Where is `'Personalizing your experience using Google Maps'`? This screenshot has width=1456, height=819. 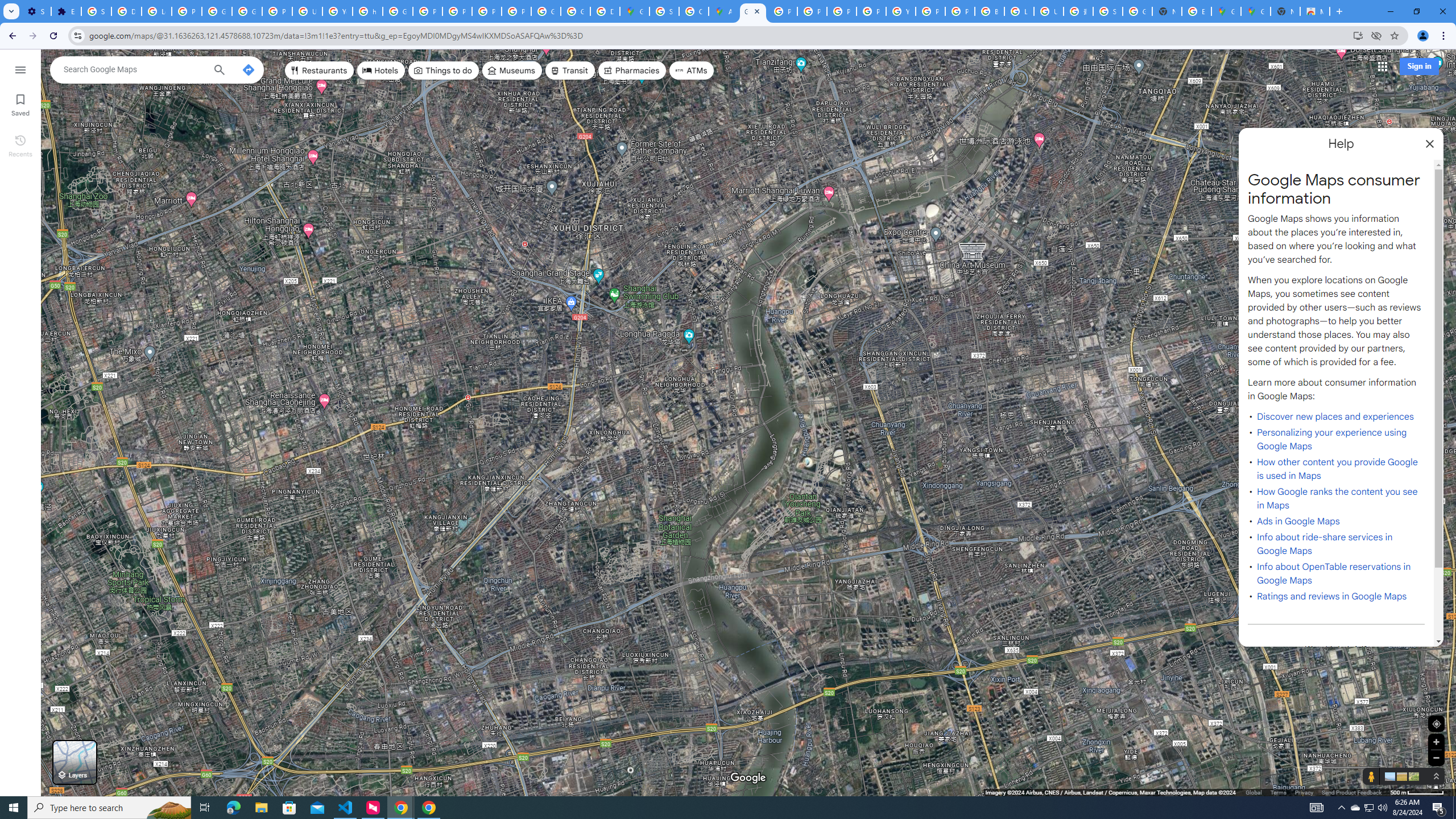
'Personalizing your experience using Google Maps' is located at coordinates (1331, 440).